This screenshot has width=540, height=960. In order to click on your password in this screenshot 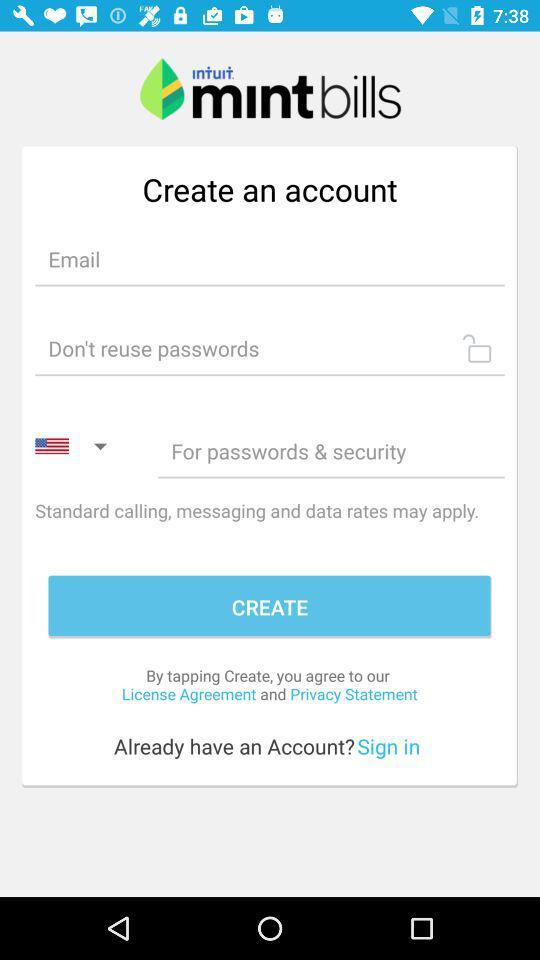, I will do `click(270, 348)`.